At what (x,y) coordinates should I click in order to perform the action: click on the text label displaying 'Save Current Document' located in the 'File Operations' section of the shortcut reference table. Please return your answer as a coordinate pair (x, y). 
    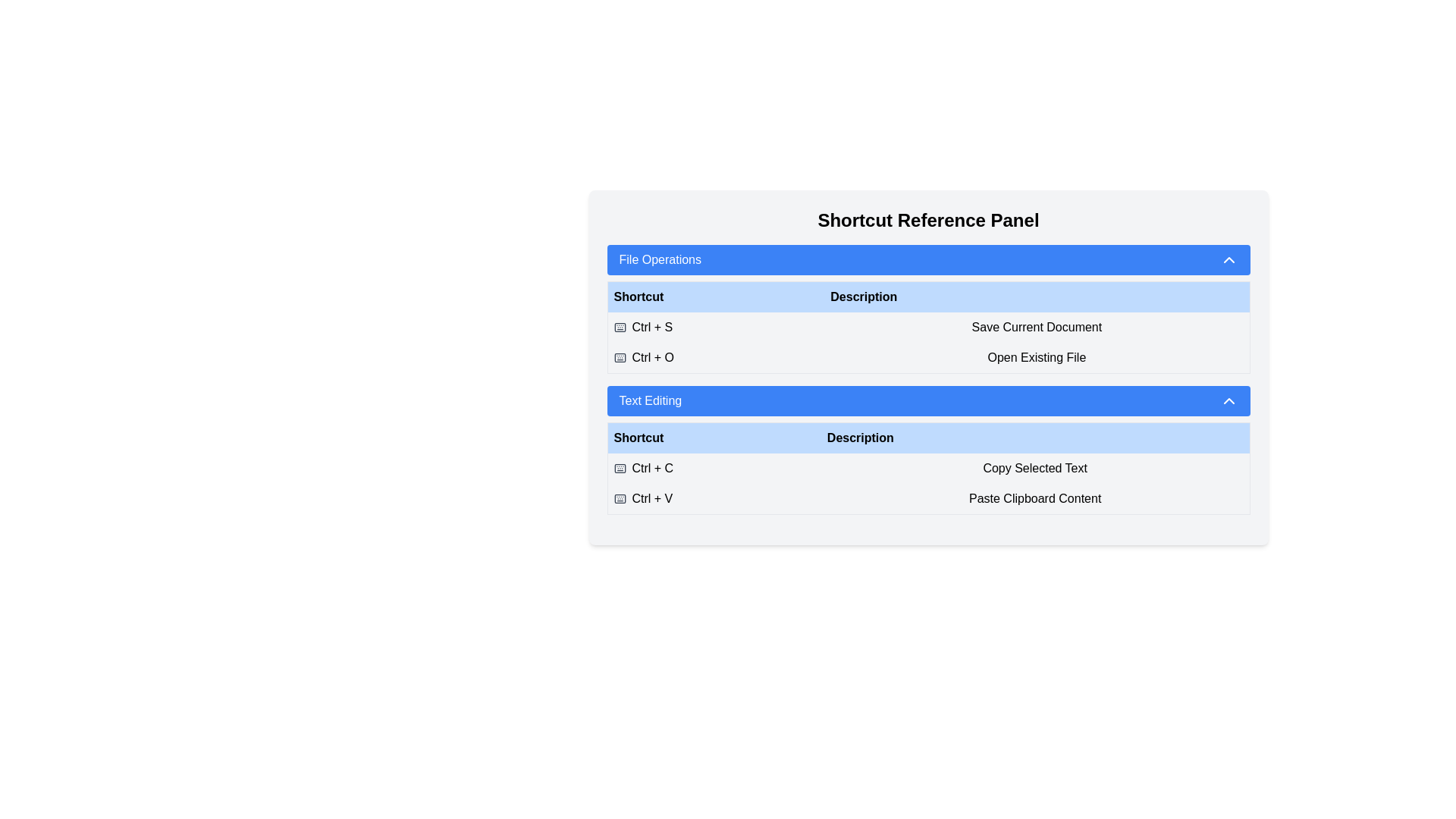
    Looking at the image, I should click on (1036, 327).